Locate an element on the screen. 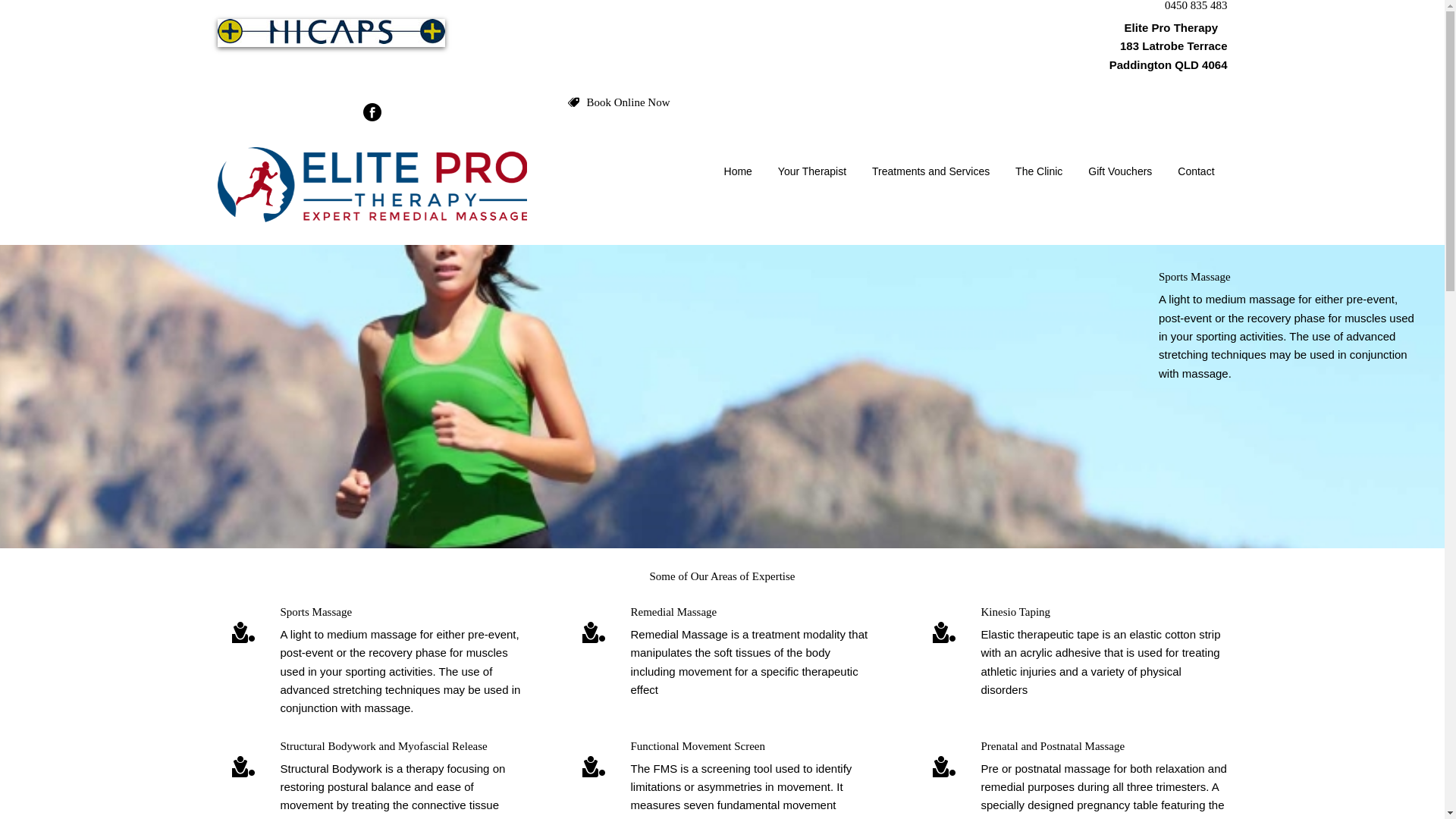 The image size is (1456, 819). 'Contact' is located at coordinates (1164, 171).